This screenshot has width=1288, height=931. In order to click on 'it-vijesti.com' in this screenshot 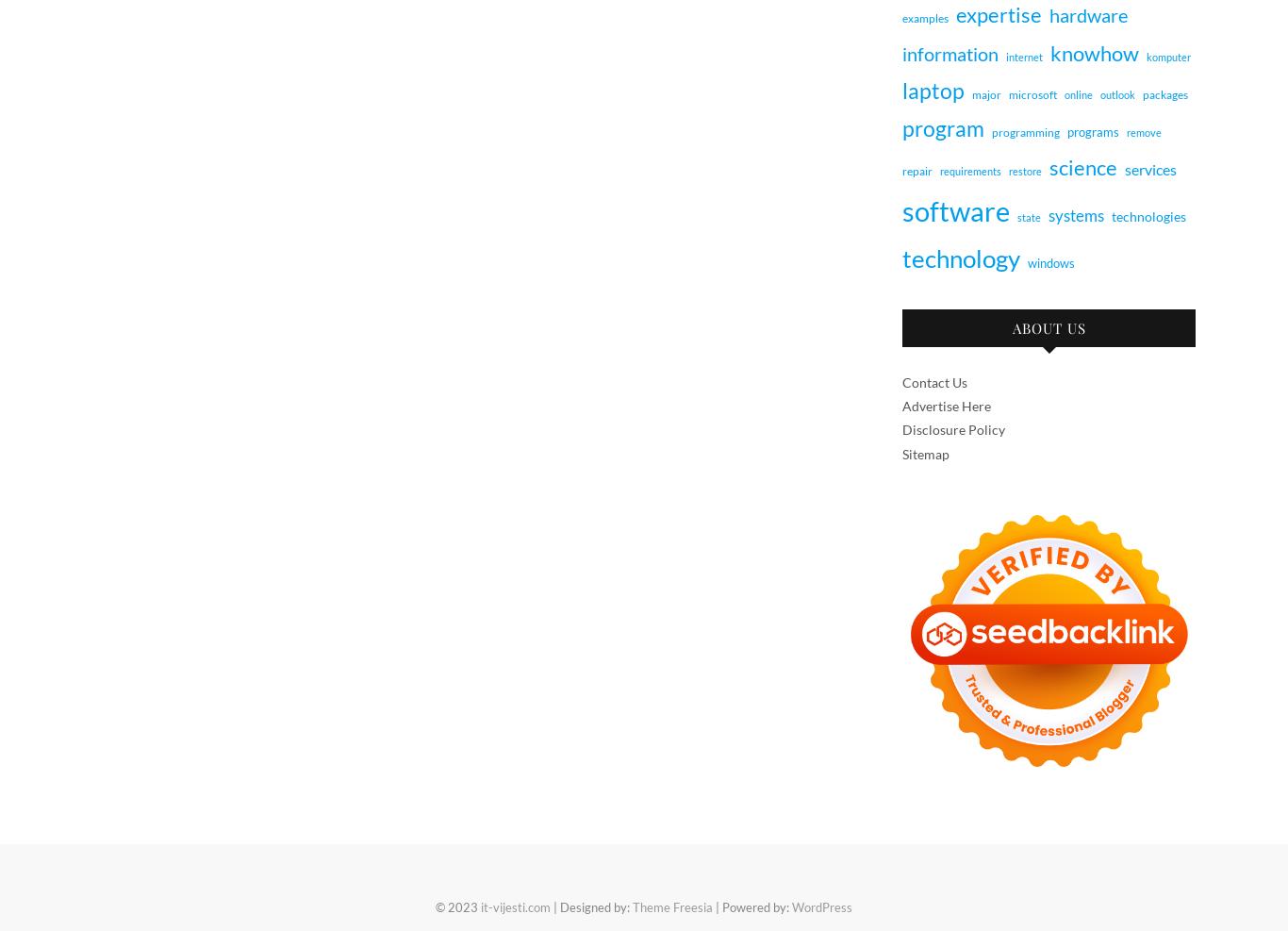, I will do `click(481, 906)`.